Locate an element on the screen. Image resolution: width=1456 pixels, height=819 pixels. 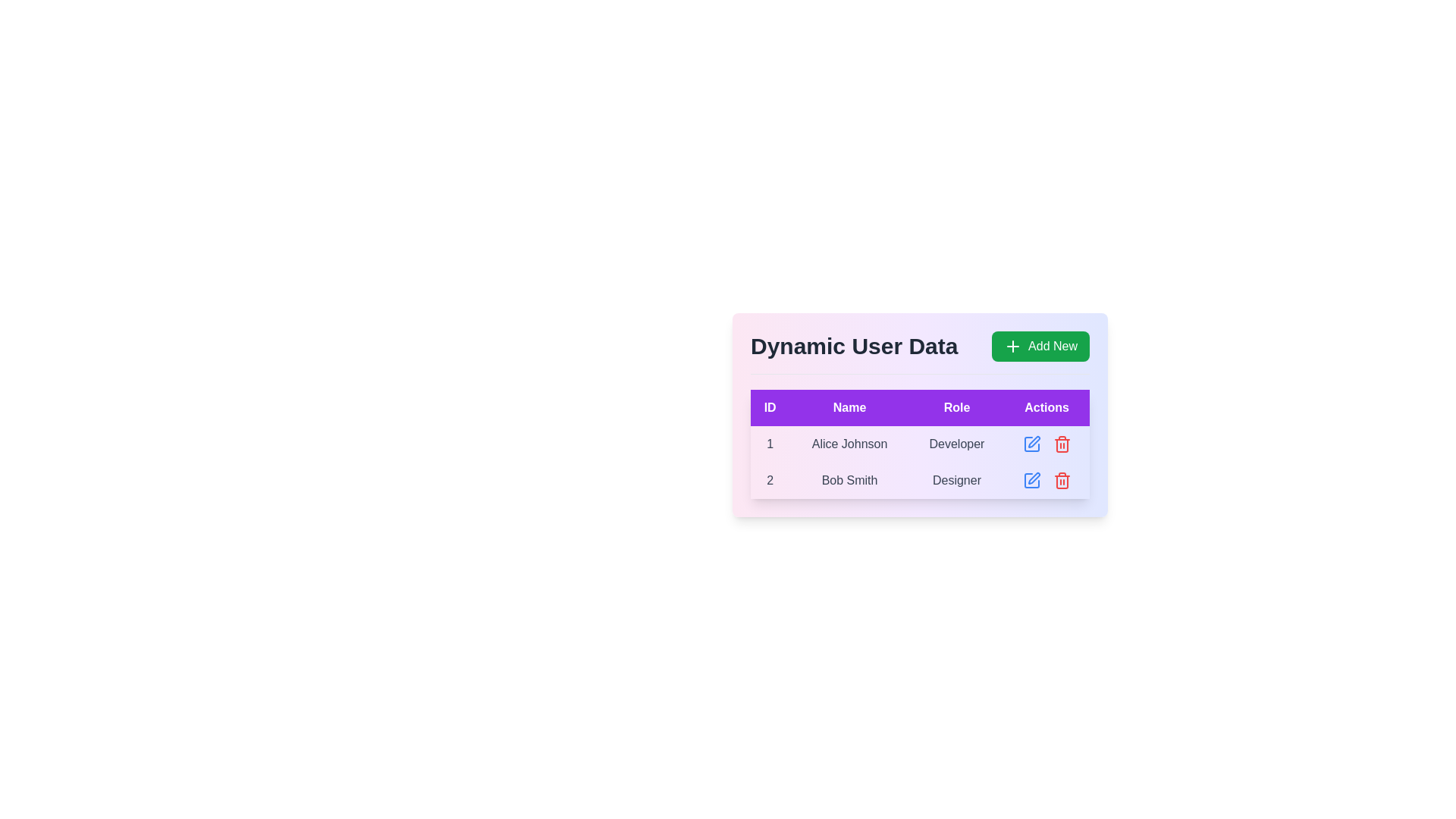
the blue square pencil icon (Edit button) located in the 'Actions' column of the second row representing 'Bob Smith' is located at coordinates (1031, 480).